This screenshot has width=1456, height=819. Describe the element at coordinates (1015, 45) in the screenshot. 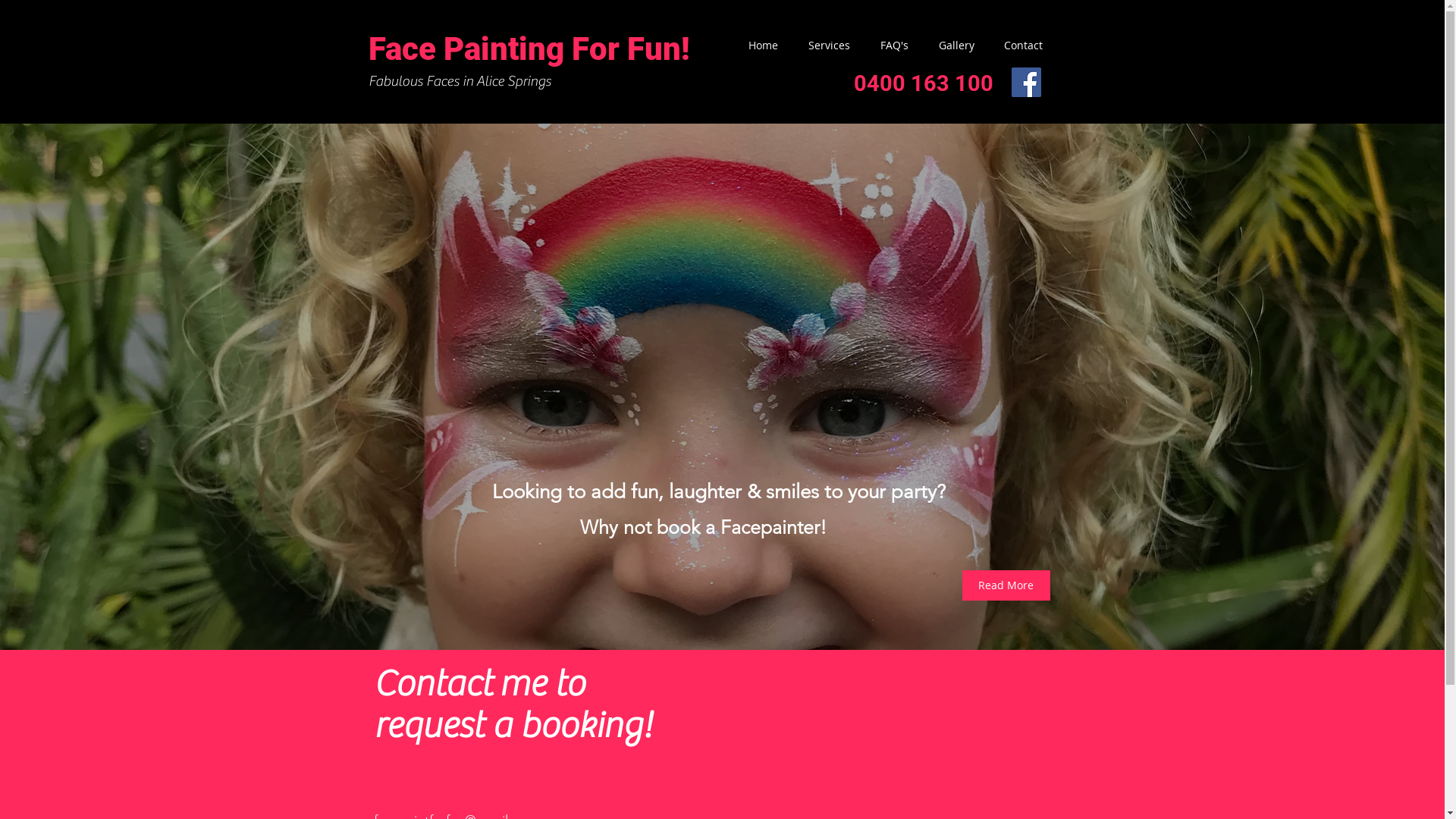

I see `'Contact'` at that location.